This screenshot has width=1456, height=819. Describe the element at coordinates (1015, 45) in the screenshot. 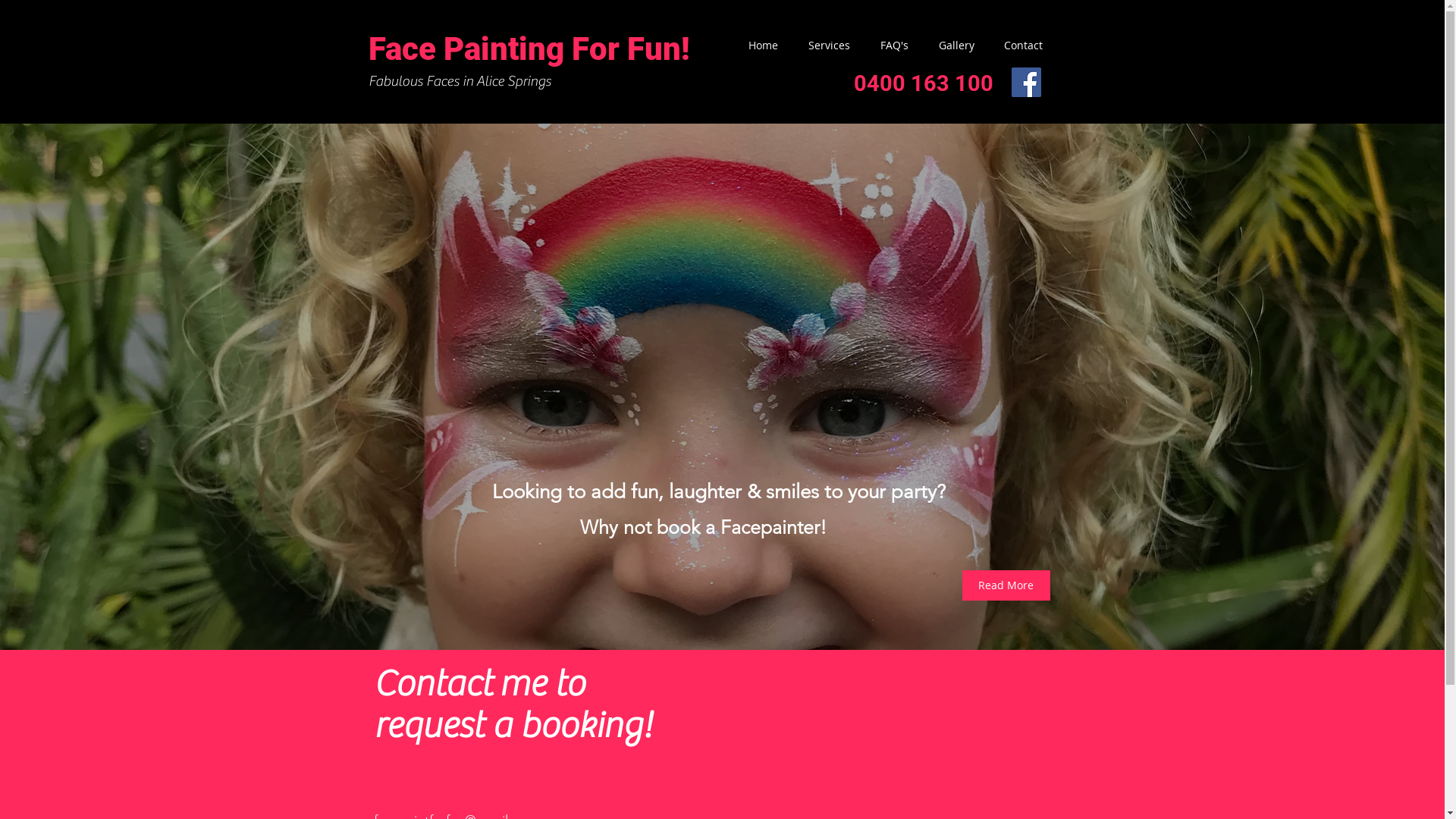

I see `'Contact'` at that location.